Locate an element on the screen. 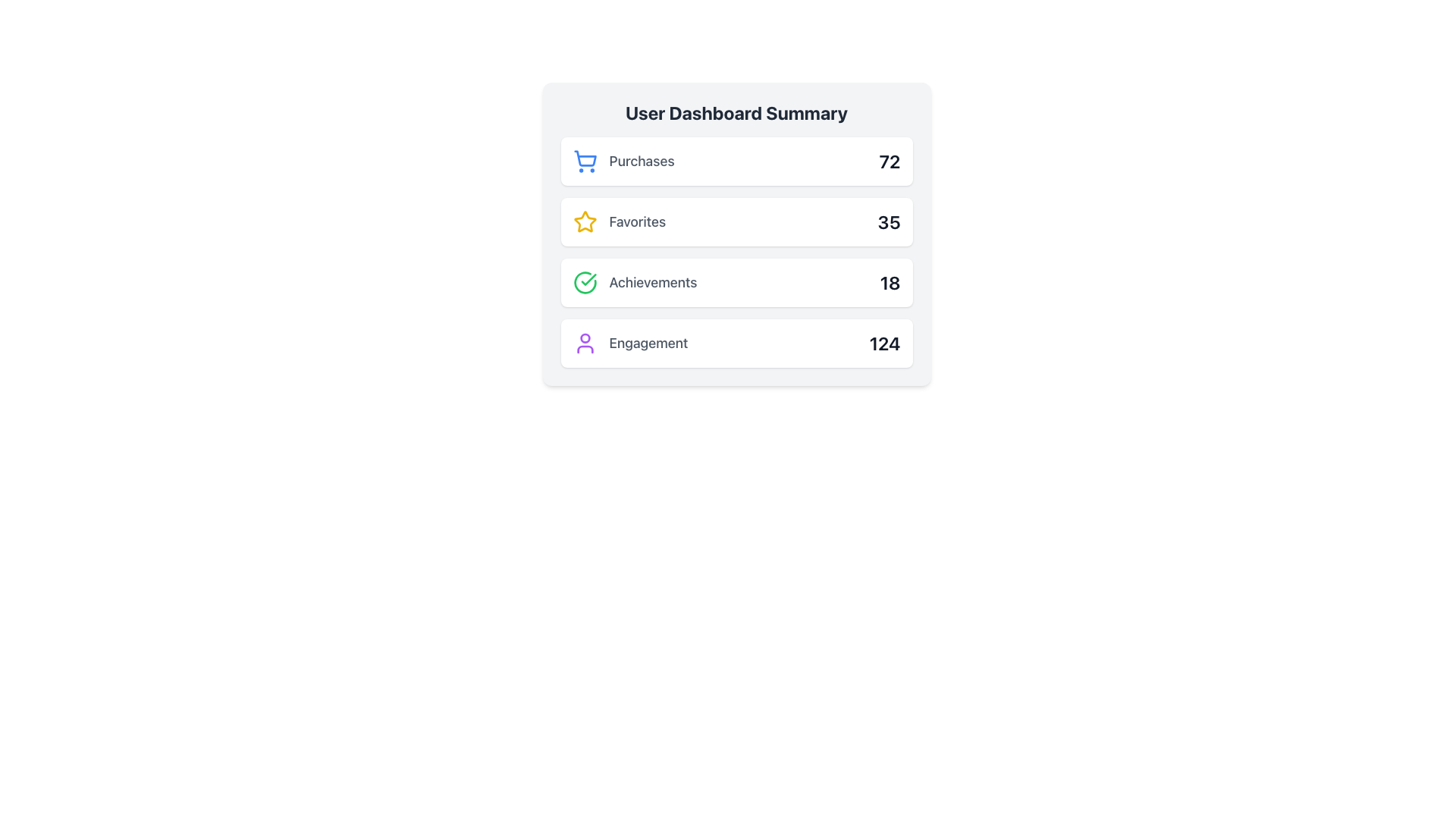  the numerical label displaying '35', which is located at the far right of the 'Favorites' section in the dashboard grid is located at coordinates (889, 222).